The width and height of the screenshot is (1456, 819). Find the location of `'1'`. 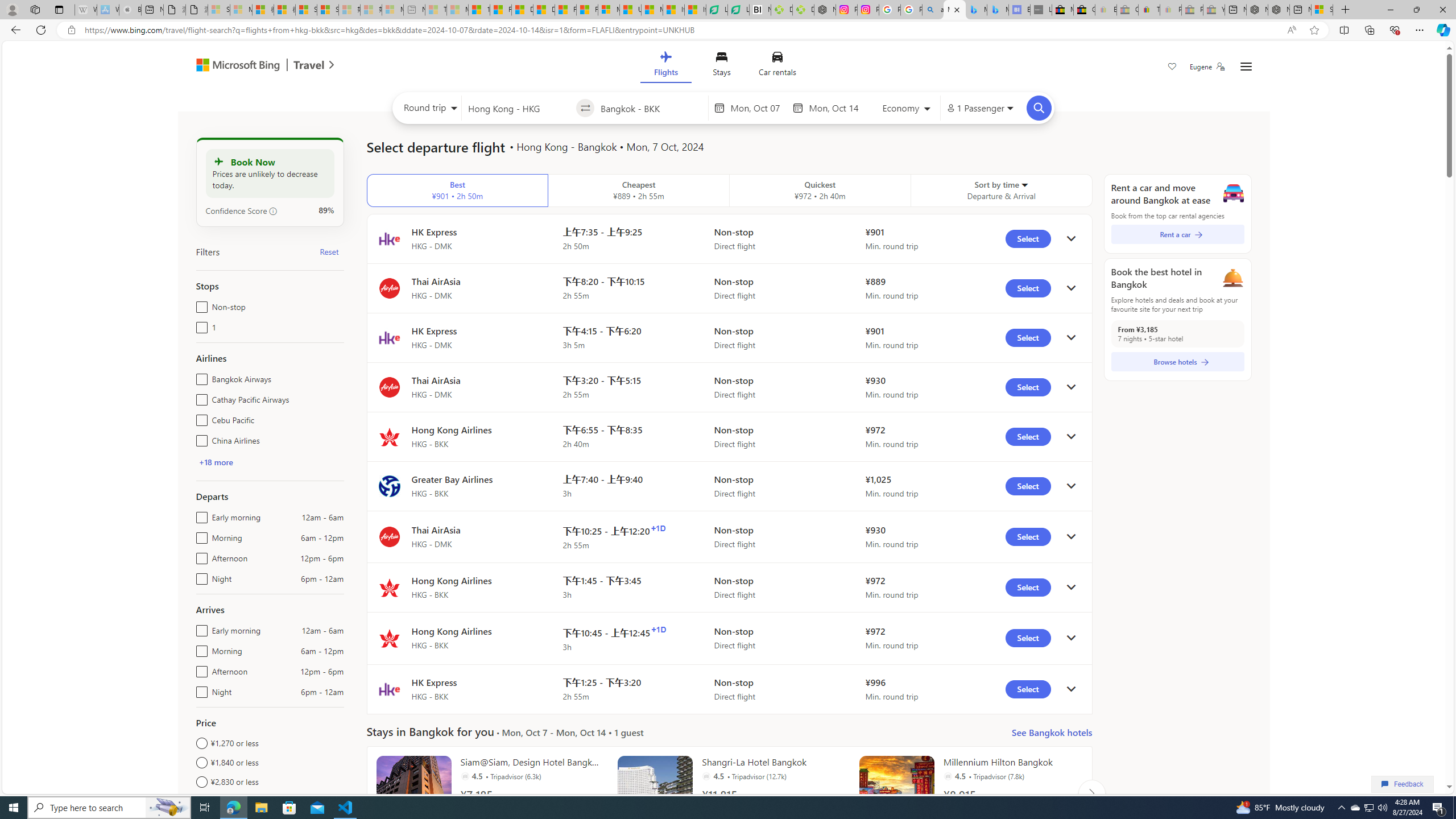

'1' is located at coordinates (199, 324).